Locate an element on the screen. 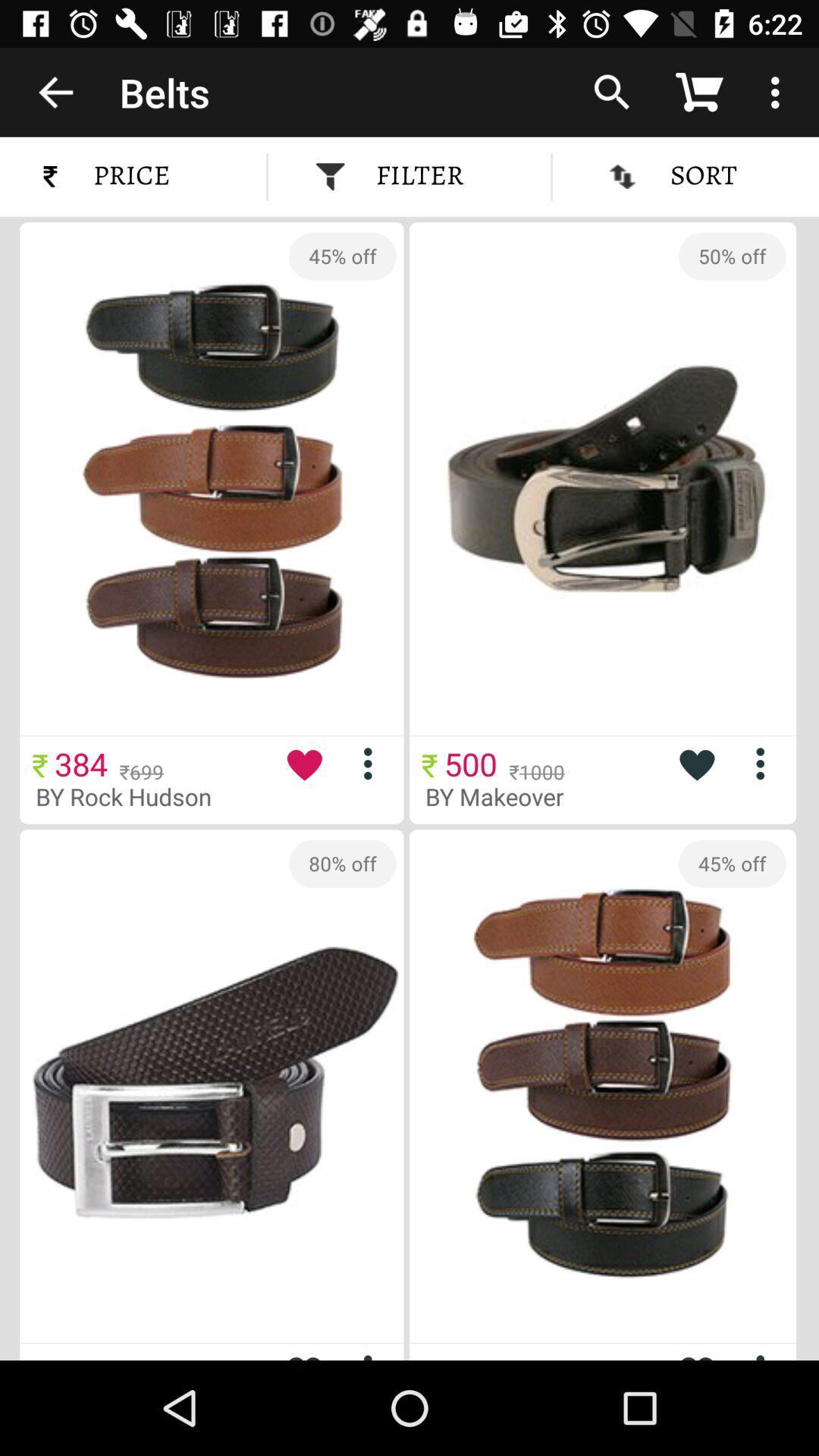 The height and width of the screenshot is (1456, 819). get additional options for the product is located at coordinates (766, 764).